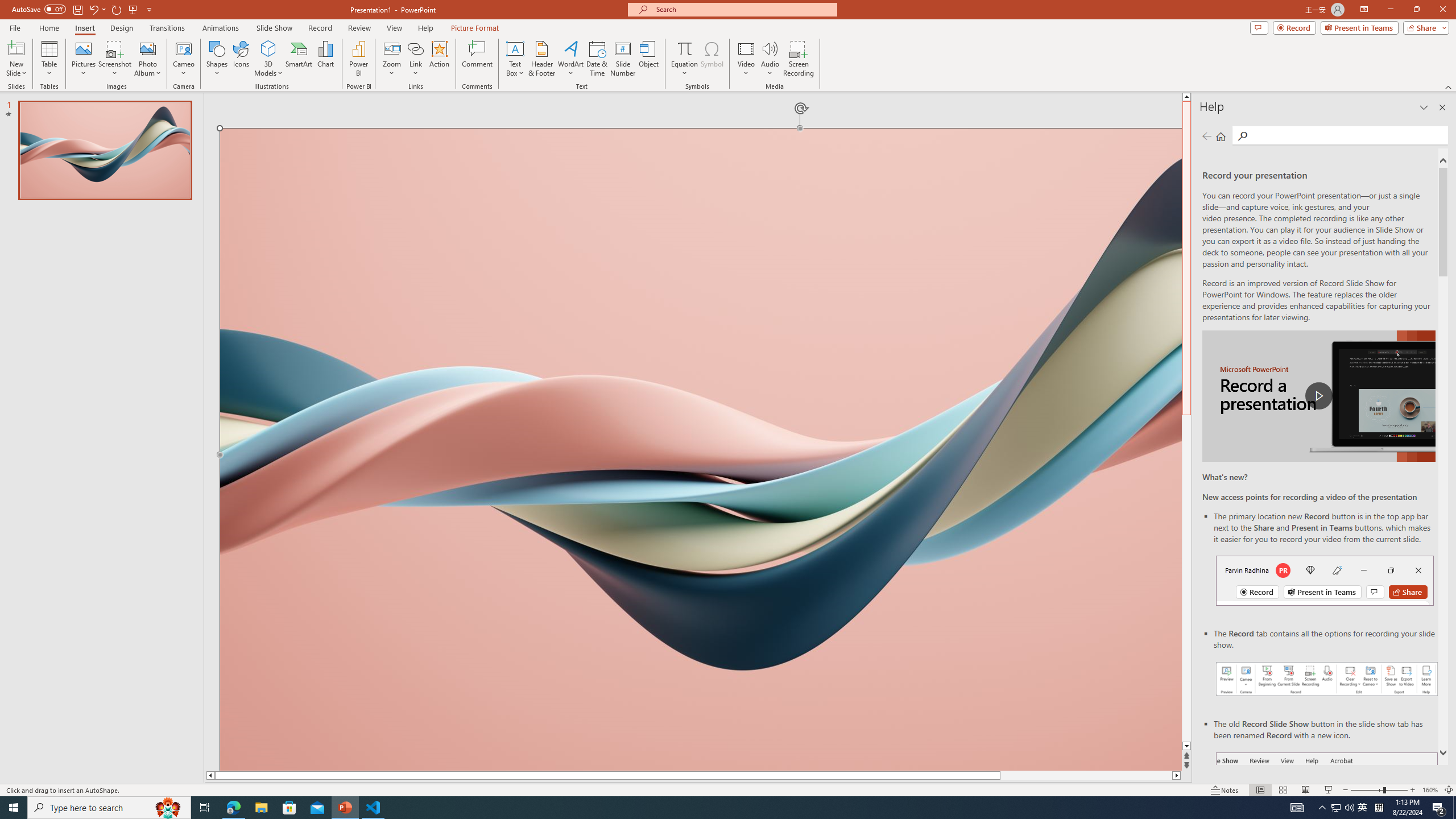  Describe the element at coordinates (49, 59) in the screenshot. I see `'Table'` at that location.